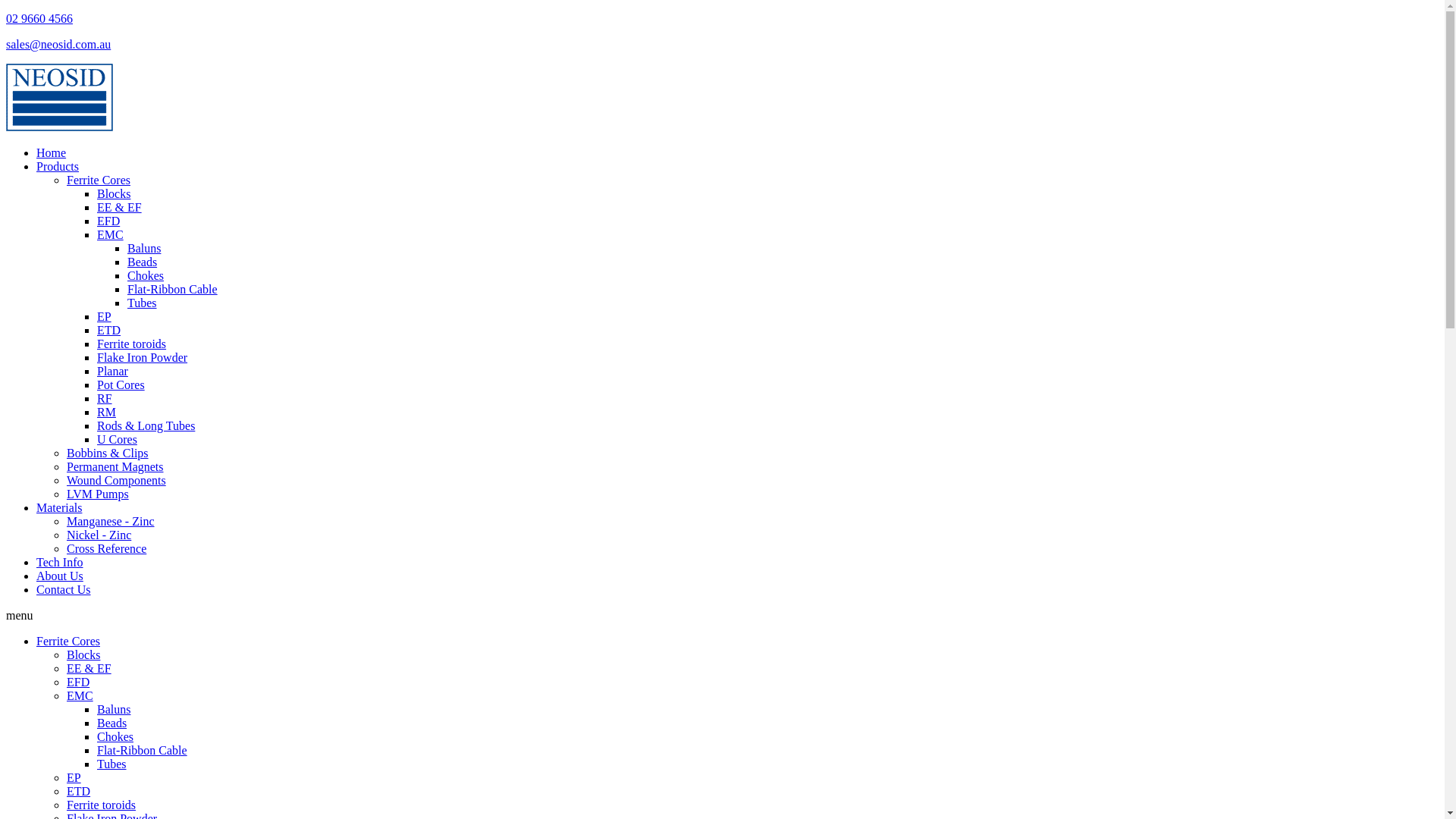 This screenshot has height=819, width=1456. Describe the element at coordinates (127, 289) in the screenshot. I see `'Flat-Ribbon Cable'` at that location.